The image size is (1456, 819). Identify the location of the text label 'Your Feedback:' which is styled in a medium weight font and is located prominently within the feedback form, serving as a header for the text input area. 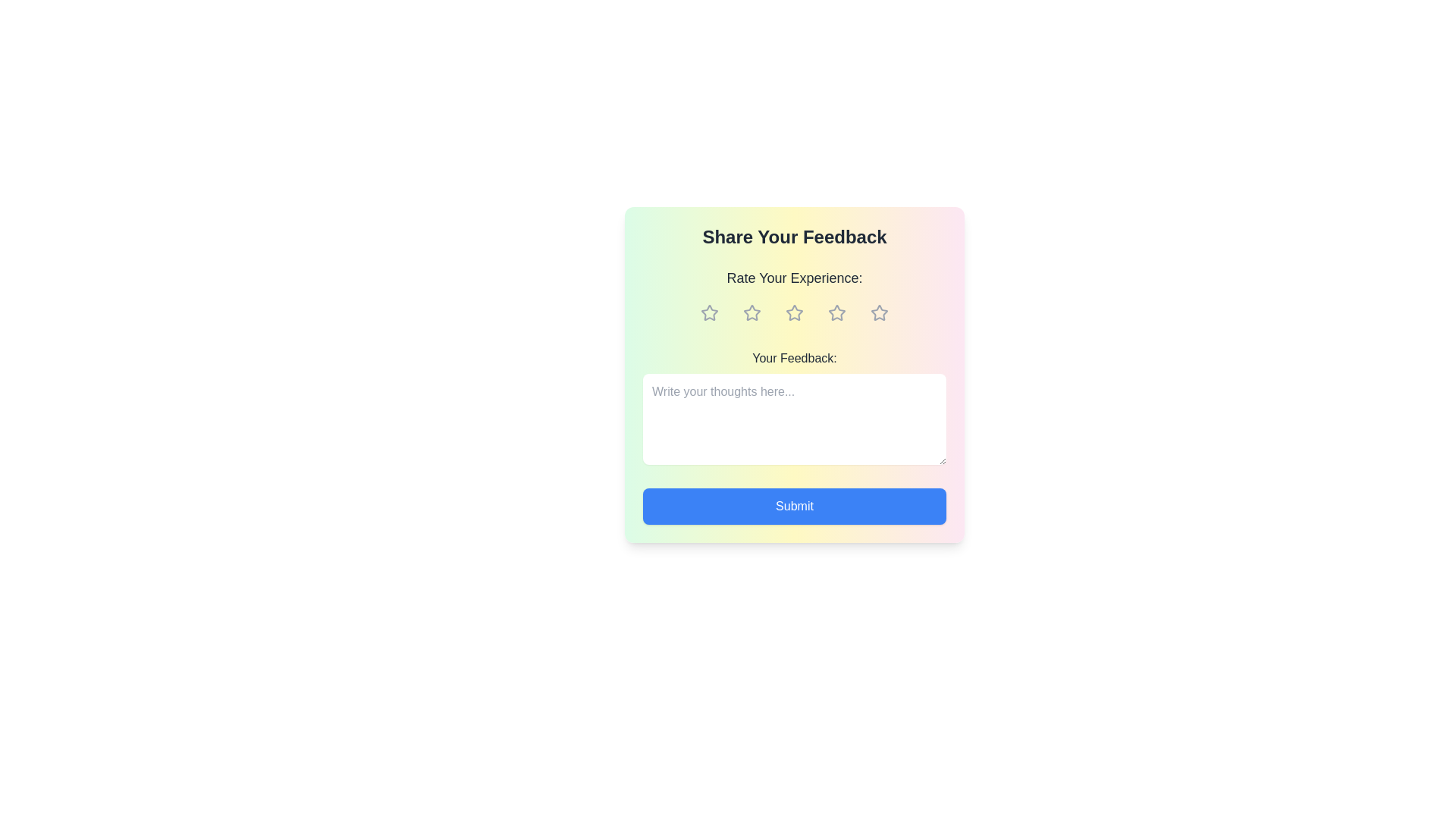
(793, 359).